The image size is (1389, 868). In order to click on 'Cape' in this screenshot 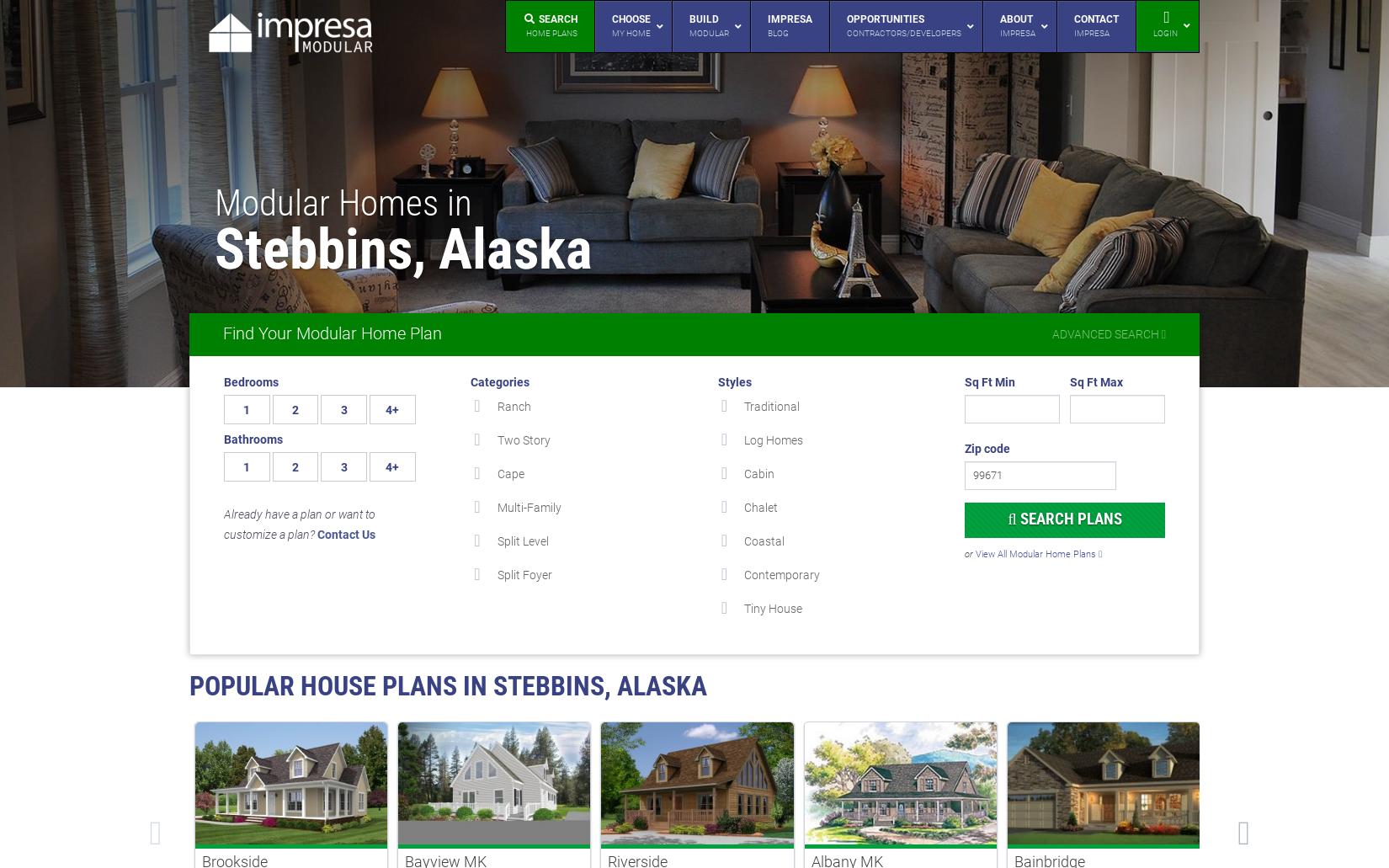, I will do `click(509, 473)`.